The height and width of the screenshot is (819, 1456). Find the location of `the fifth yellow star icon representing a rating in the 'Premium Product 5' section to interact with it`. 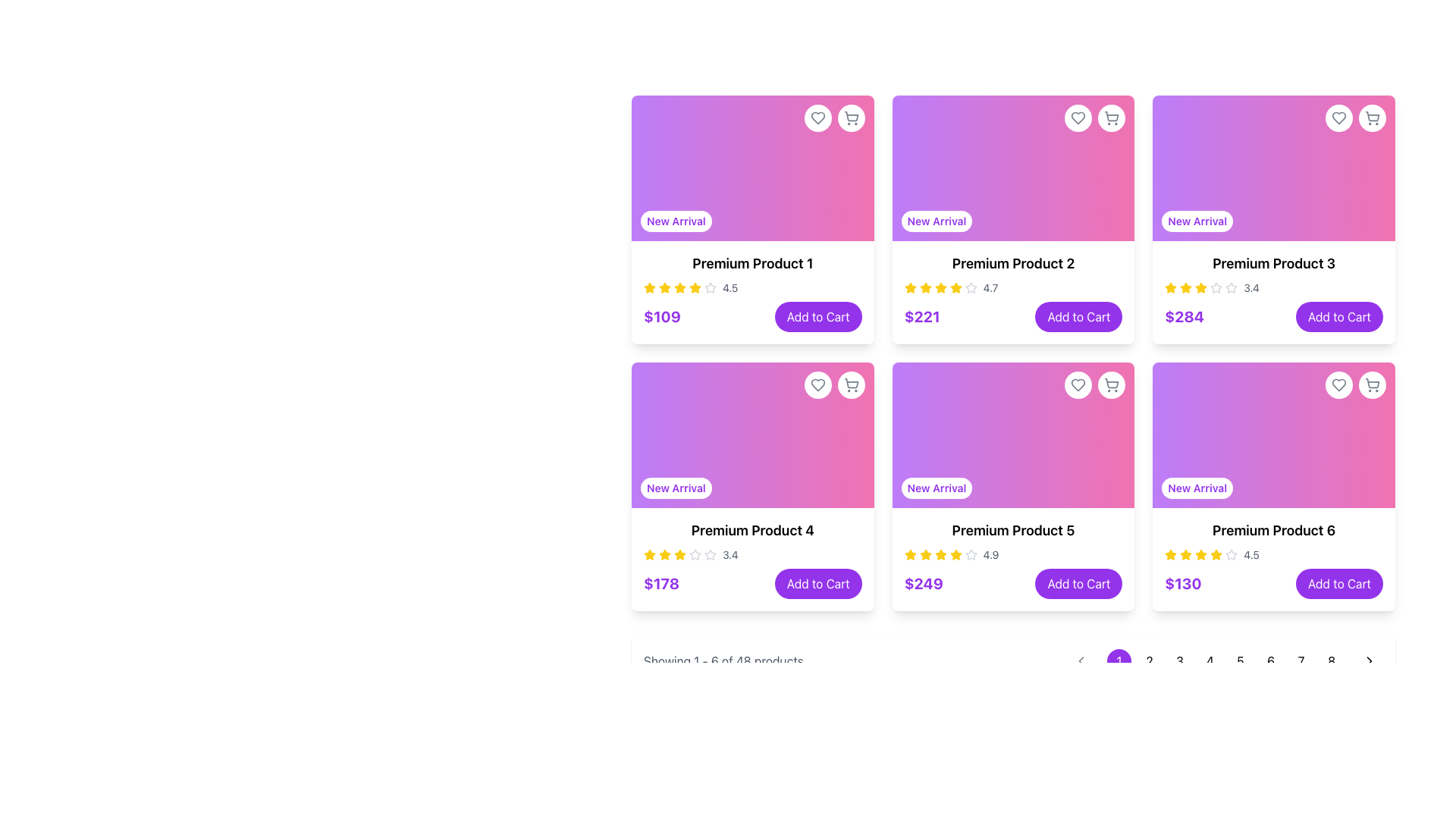

the fifth yellow star icon representing a rating in the 'Premium Product 5' section to interact with it is located at coordinates (954, 555).